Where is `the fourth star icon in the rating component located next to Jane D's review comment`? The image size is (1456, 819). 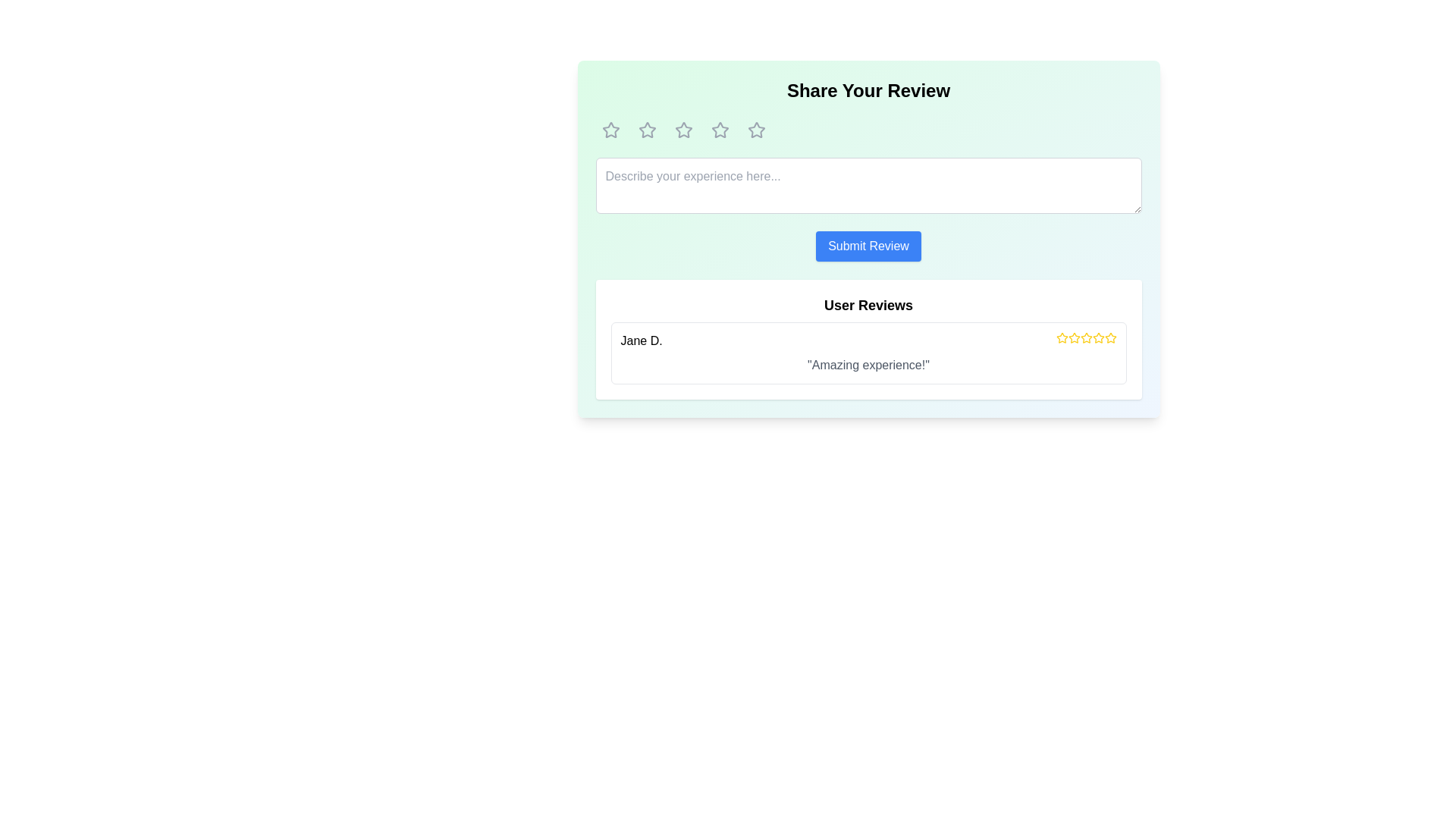
the fourth star icon in the rating component located next to Jane D's review comment is located at coordinates (1085, 337).